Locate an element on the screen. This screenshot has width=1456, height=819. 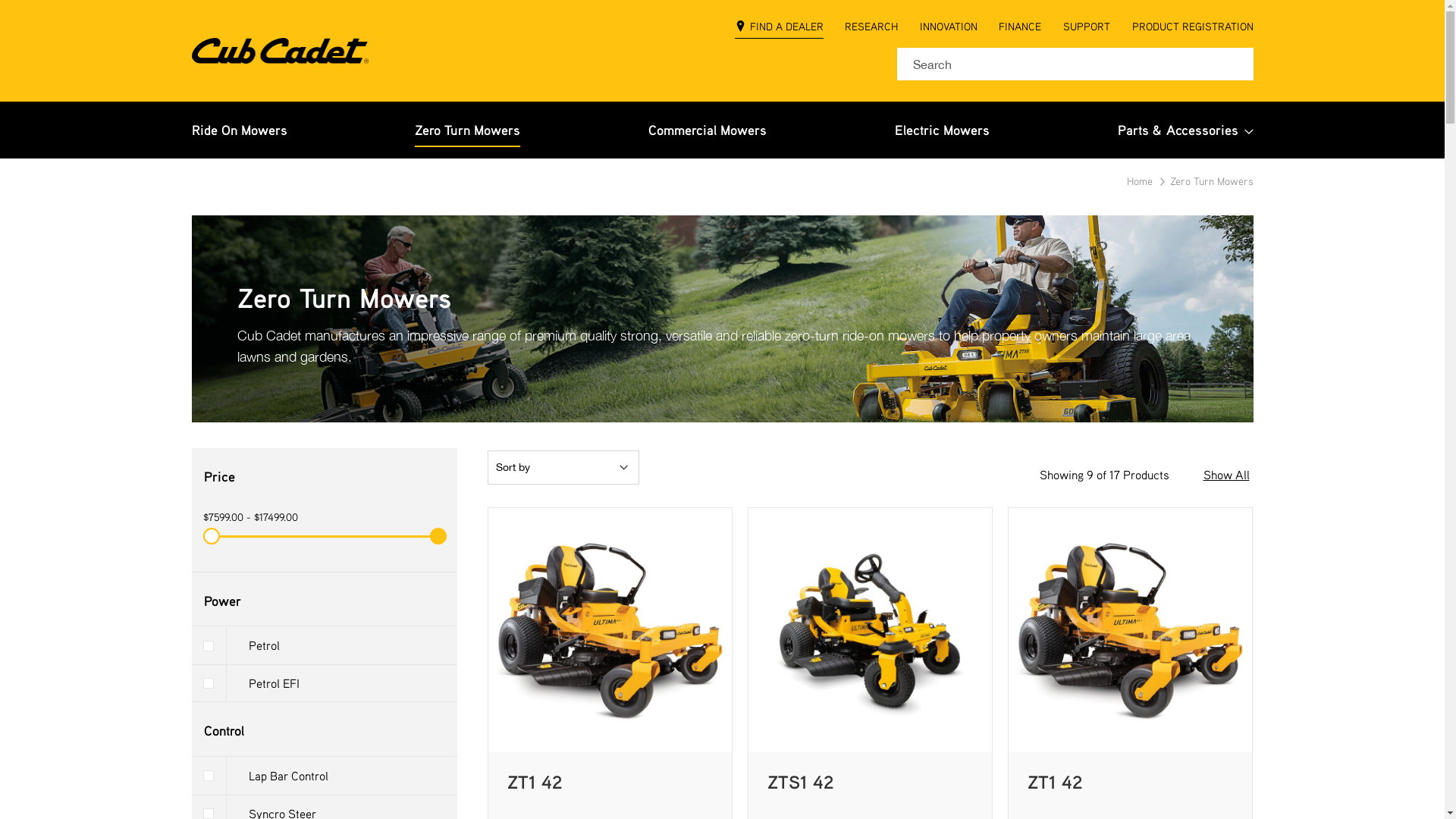
'Electric Mowers' is located at coordinates (895, 129).